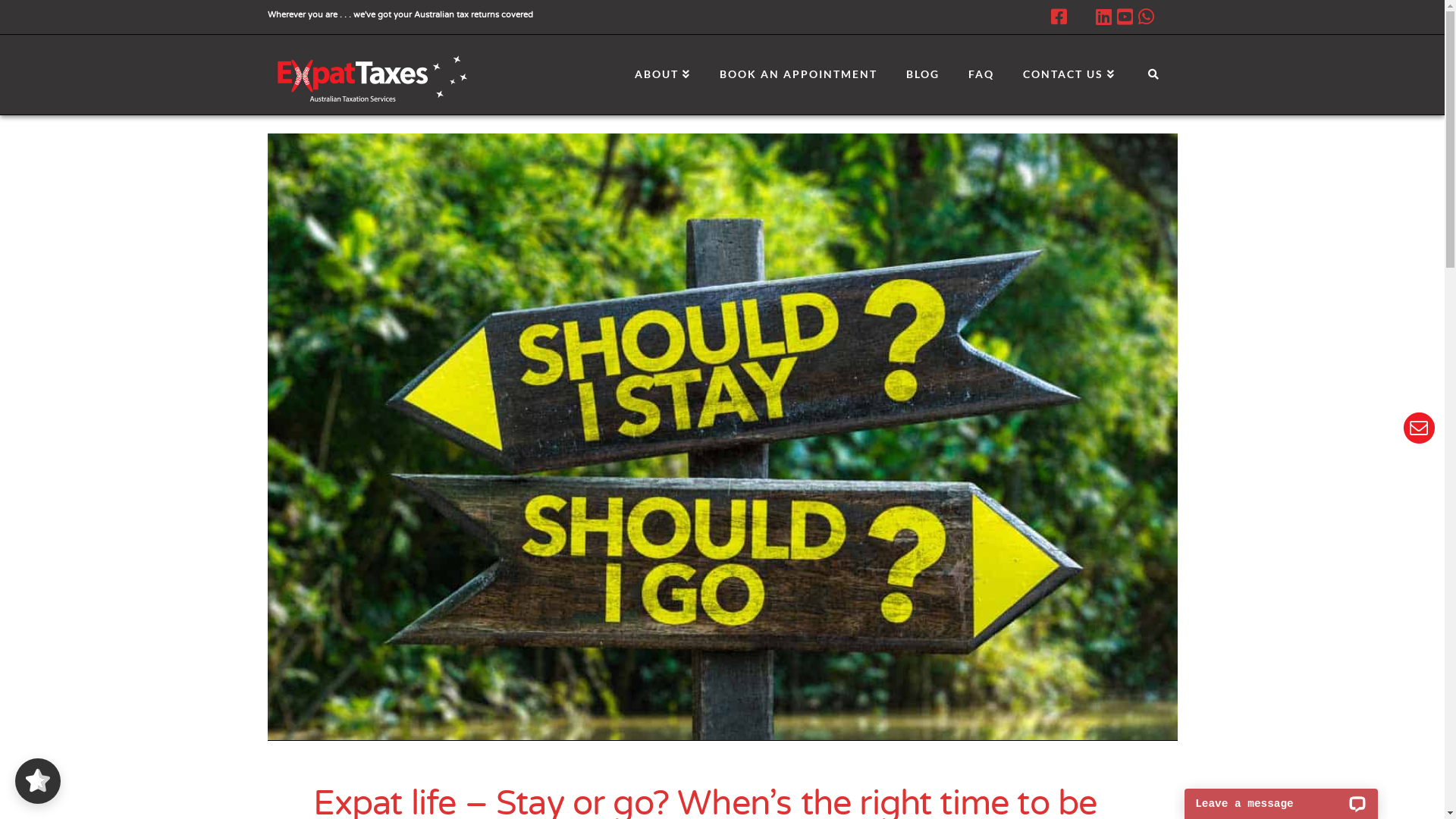  Describe the element at coordinates (662, 69) in the screenshot. I see `'ABOUT'` at that location.